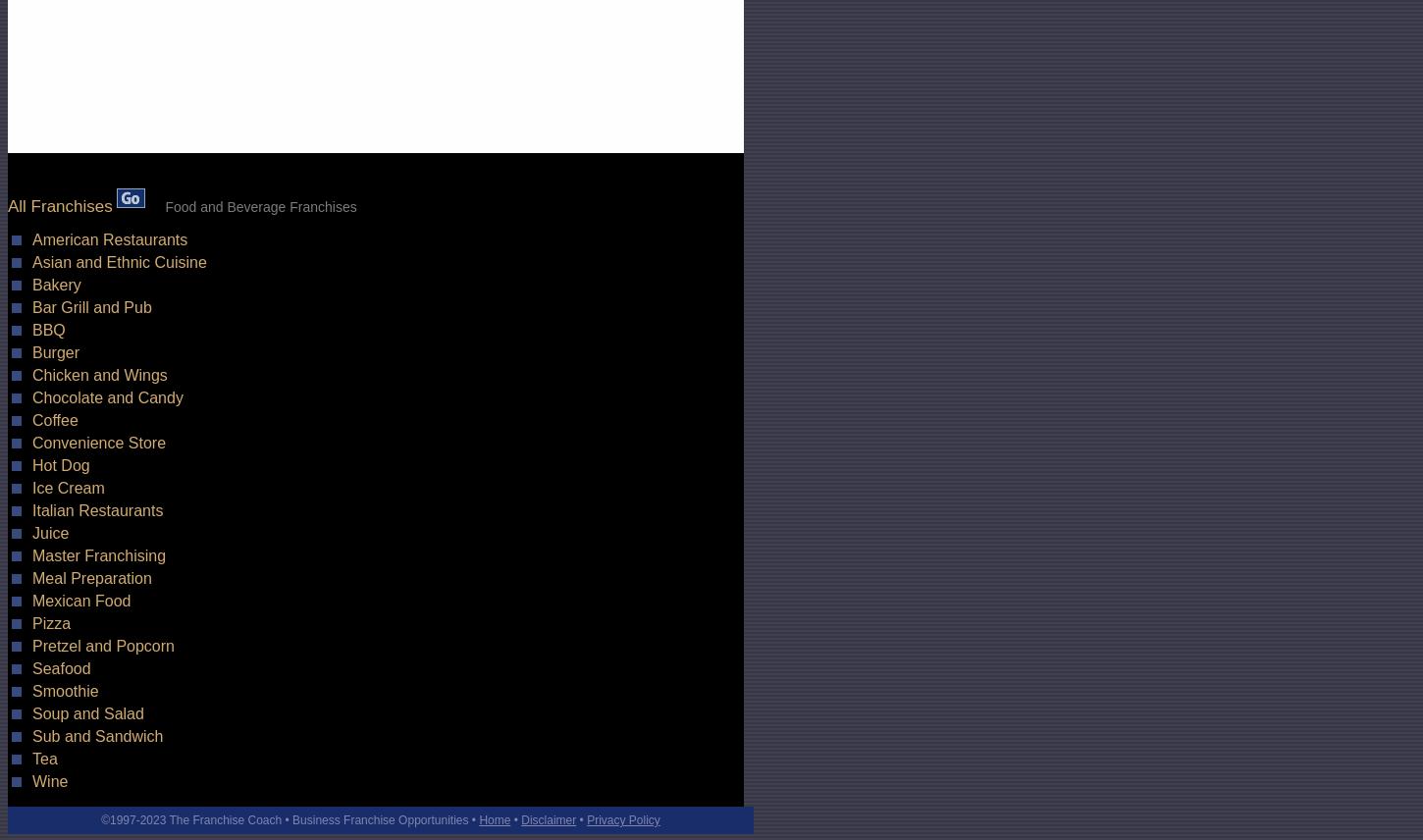 Image resolution: width=1423 pixels, height=840 pixels. What do you see at coordinates (91, 307) in the screenshot?
I see `'Bar Grill and Pub'` at bounding box center [91, 307].